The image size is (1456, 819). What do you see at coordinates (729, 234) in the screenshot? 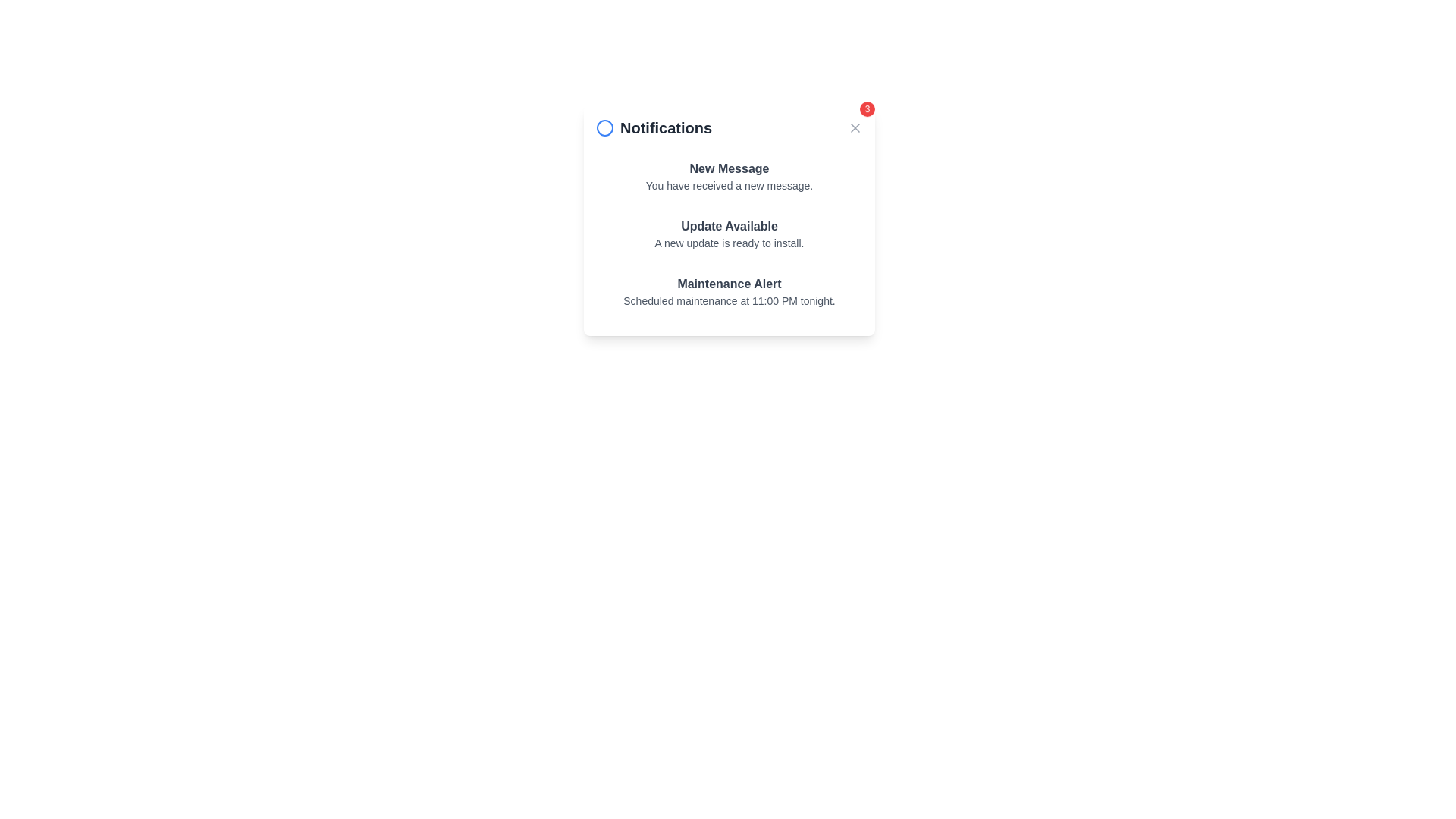
I see `the Informational panel located beneath the 'Notifications' heading, which is a non-interactive notification panel providing updates, messages, or alerts` at bounding box center [729, 234].